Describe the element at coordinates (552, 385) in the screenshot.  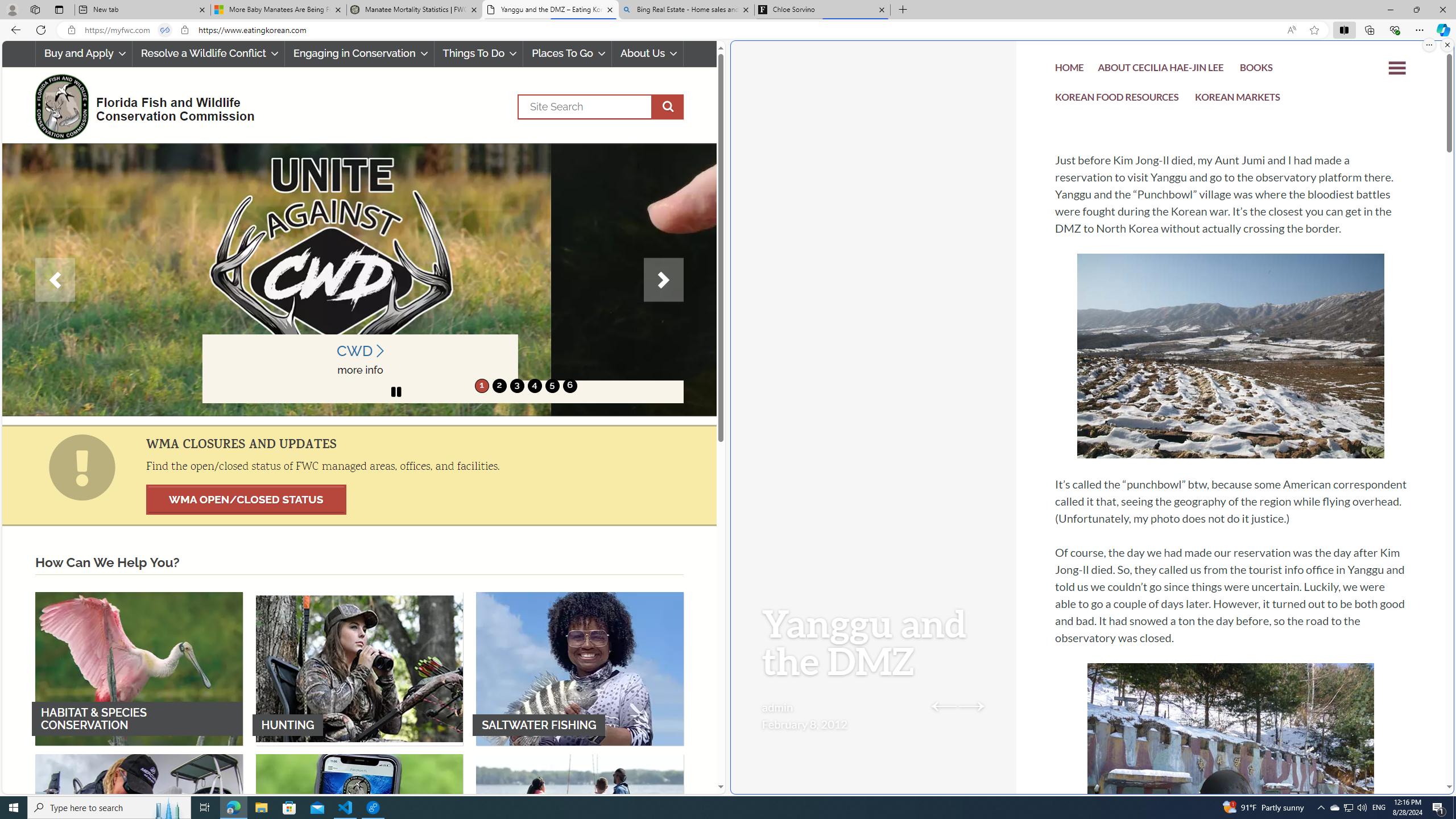
I see `'5'` at that location.